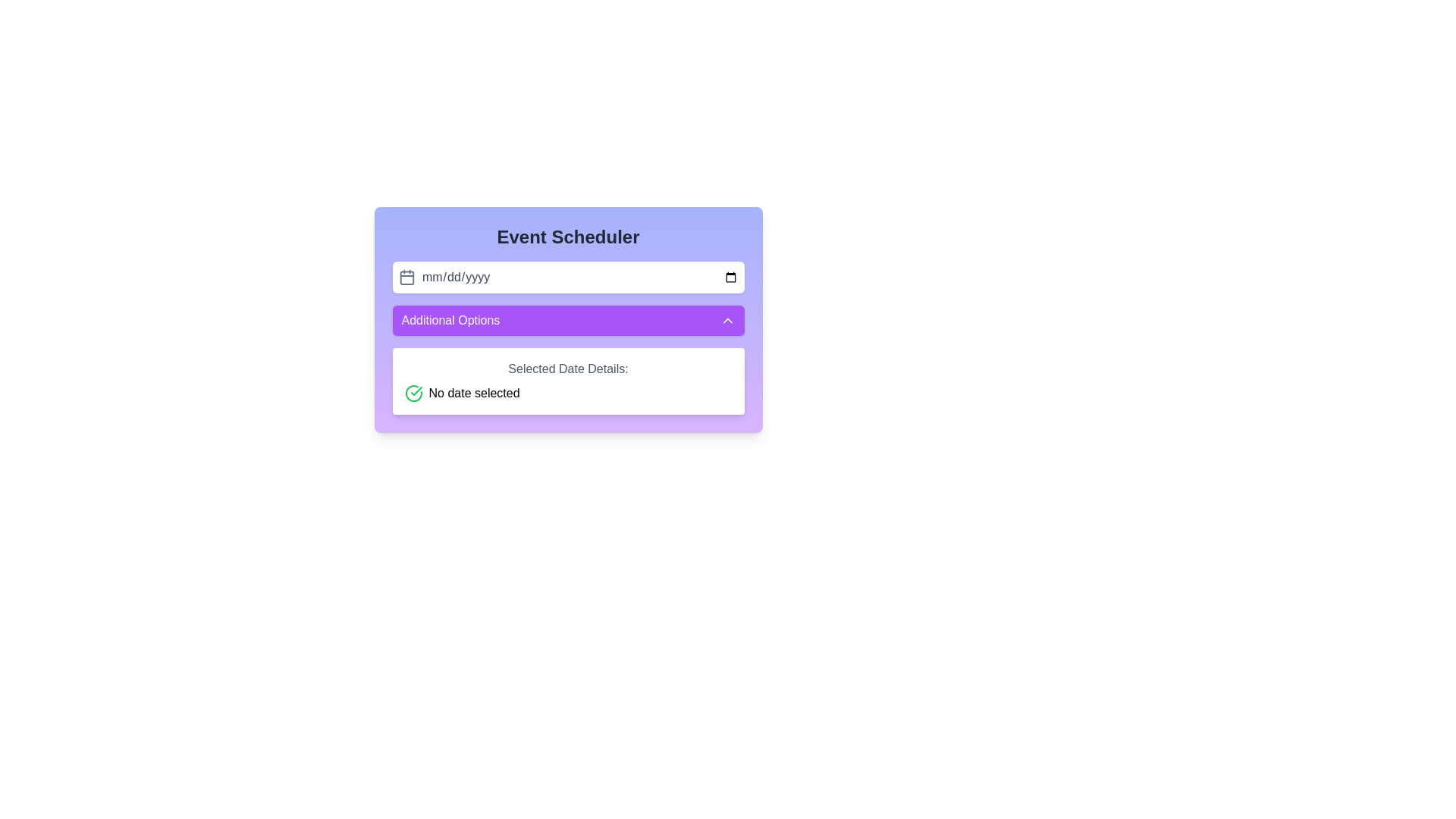  I want to click on to focus the date input field, which is a minimal styled rectangular input with a placeholder 'mm/dd/yyyy' and no visible border, so click(579, 278).